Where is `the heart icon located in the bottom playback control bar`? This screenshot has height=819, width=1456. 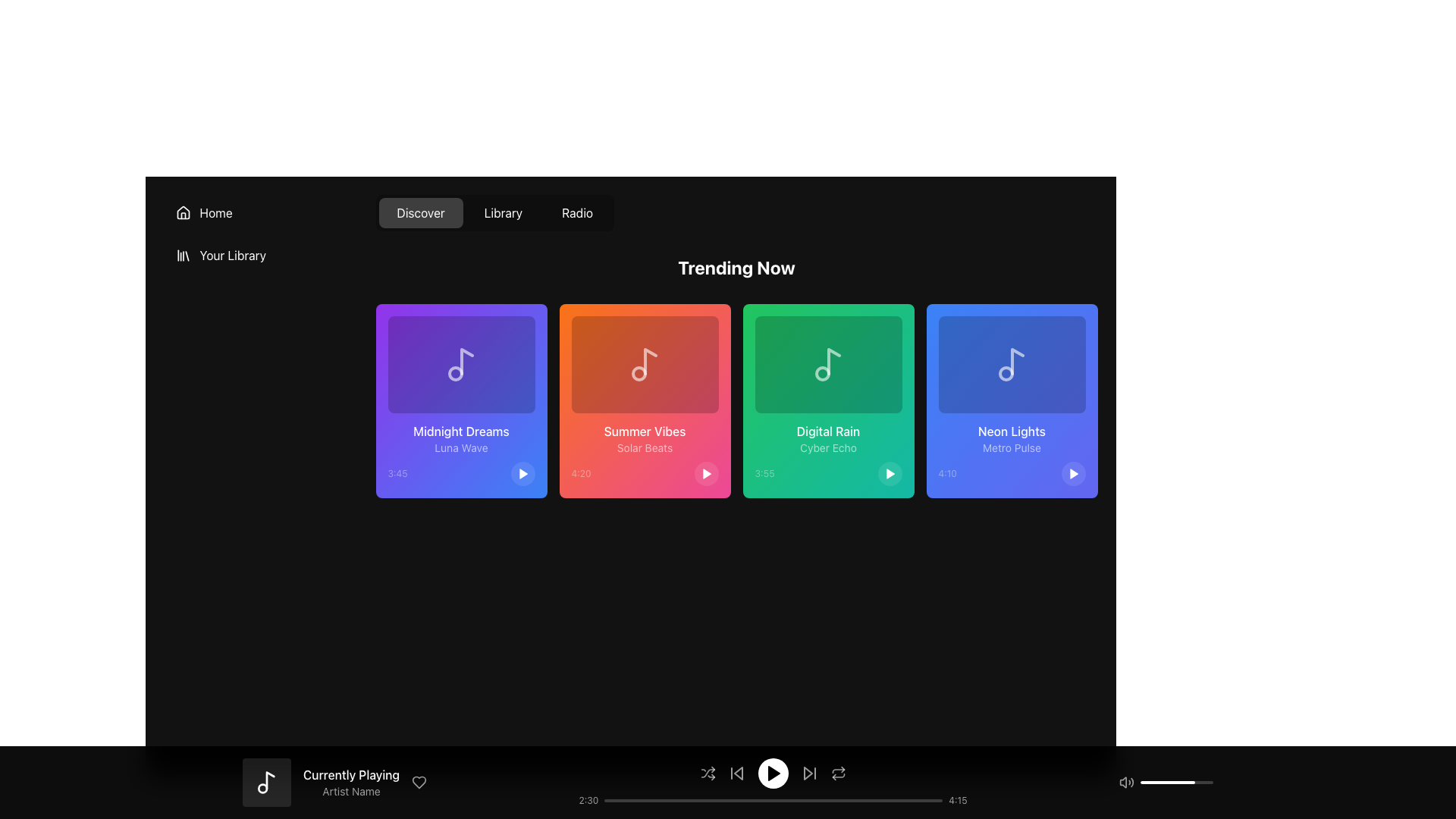
the heart icon located in the bottom playback control bar is located at coordinates (419, 783).